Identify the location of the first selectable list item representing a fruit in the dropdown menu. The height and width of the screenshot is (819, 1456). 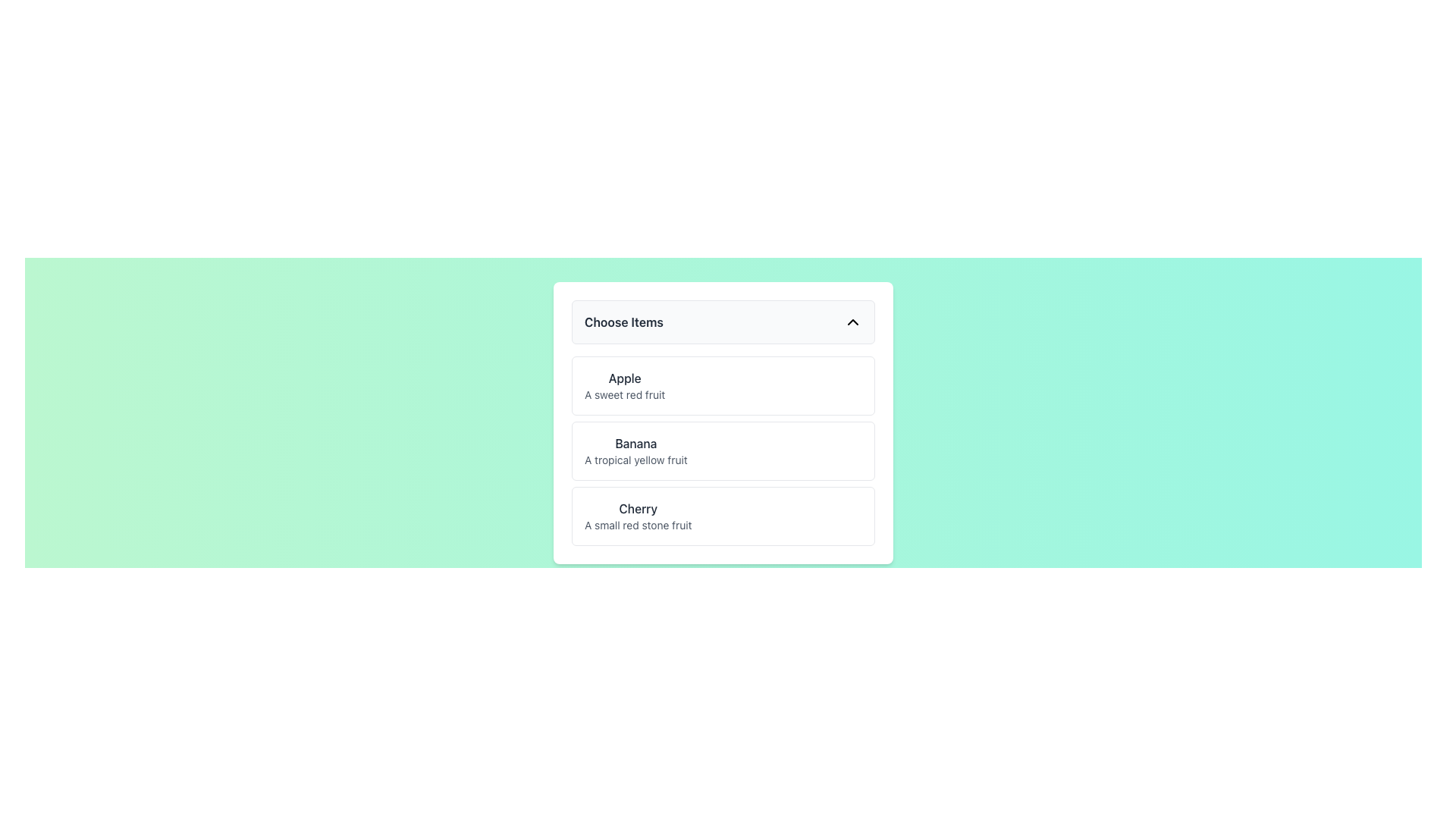
(625, 385).